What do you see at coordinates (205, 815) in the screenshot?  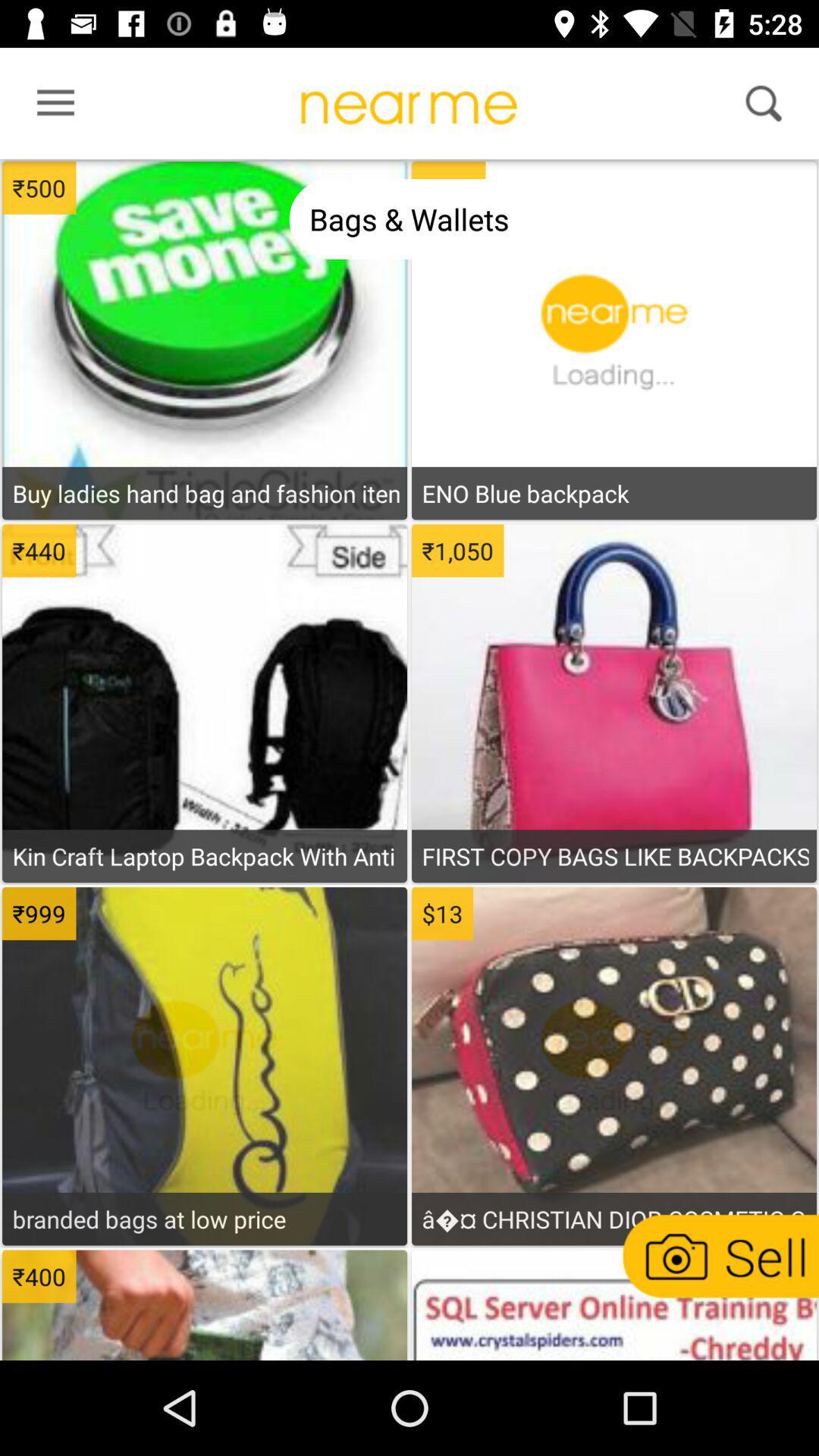 I see `see item` at bounding box center [205, 815].